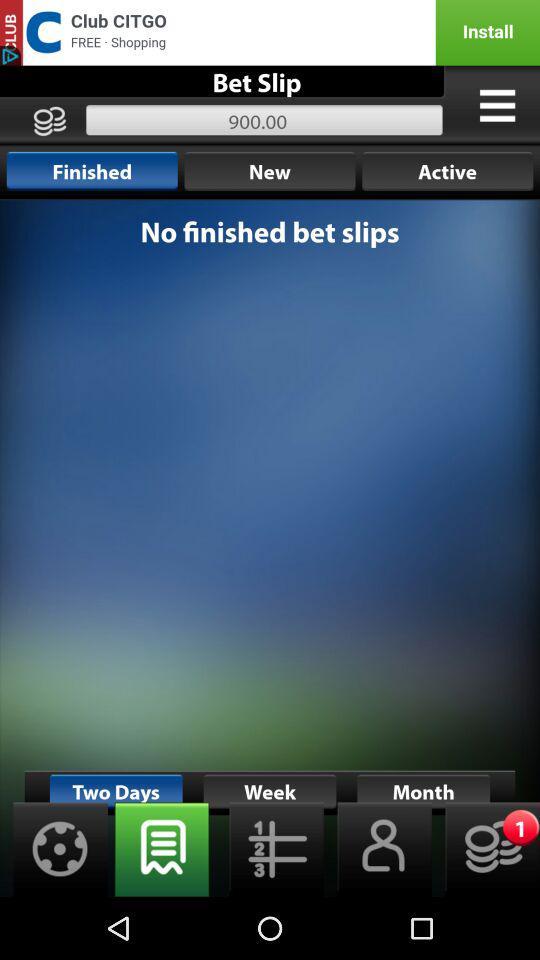 Image resolution: width=540 pixels, height=960 pixels. I want to click on open bet slips, so click(161, 848).